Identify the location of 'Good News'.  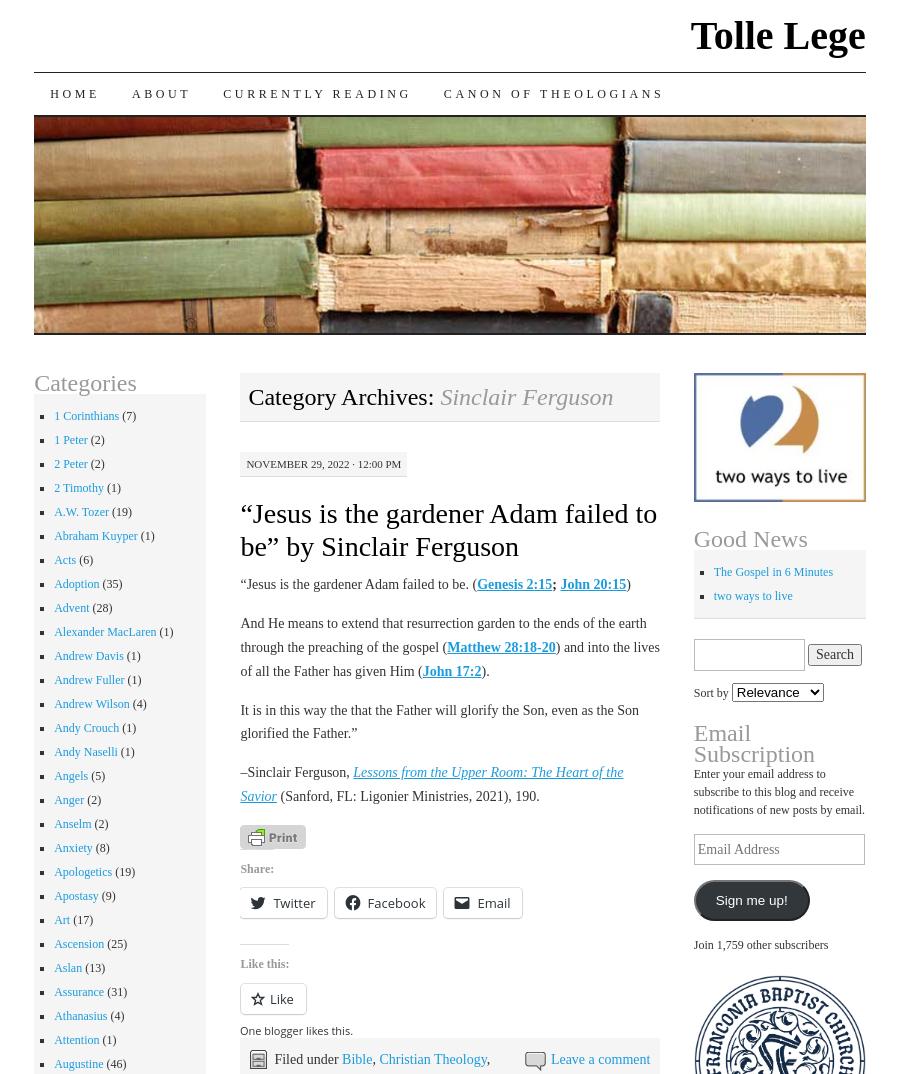
(692, 538).